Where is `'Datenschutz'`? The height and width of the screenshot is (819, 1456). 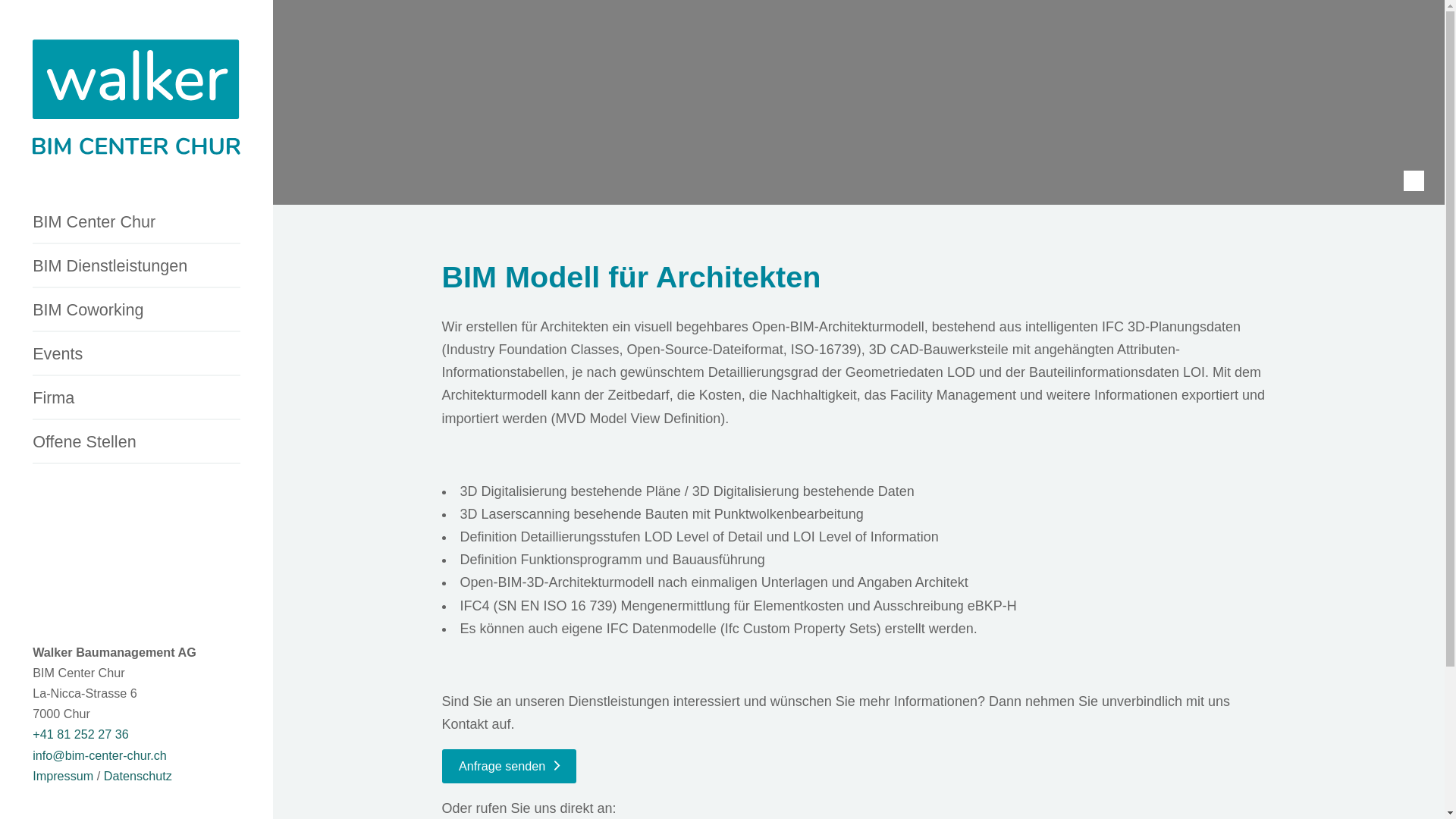 'Datenschutz' is located at coordinates (138, 775).